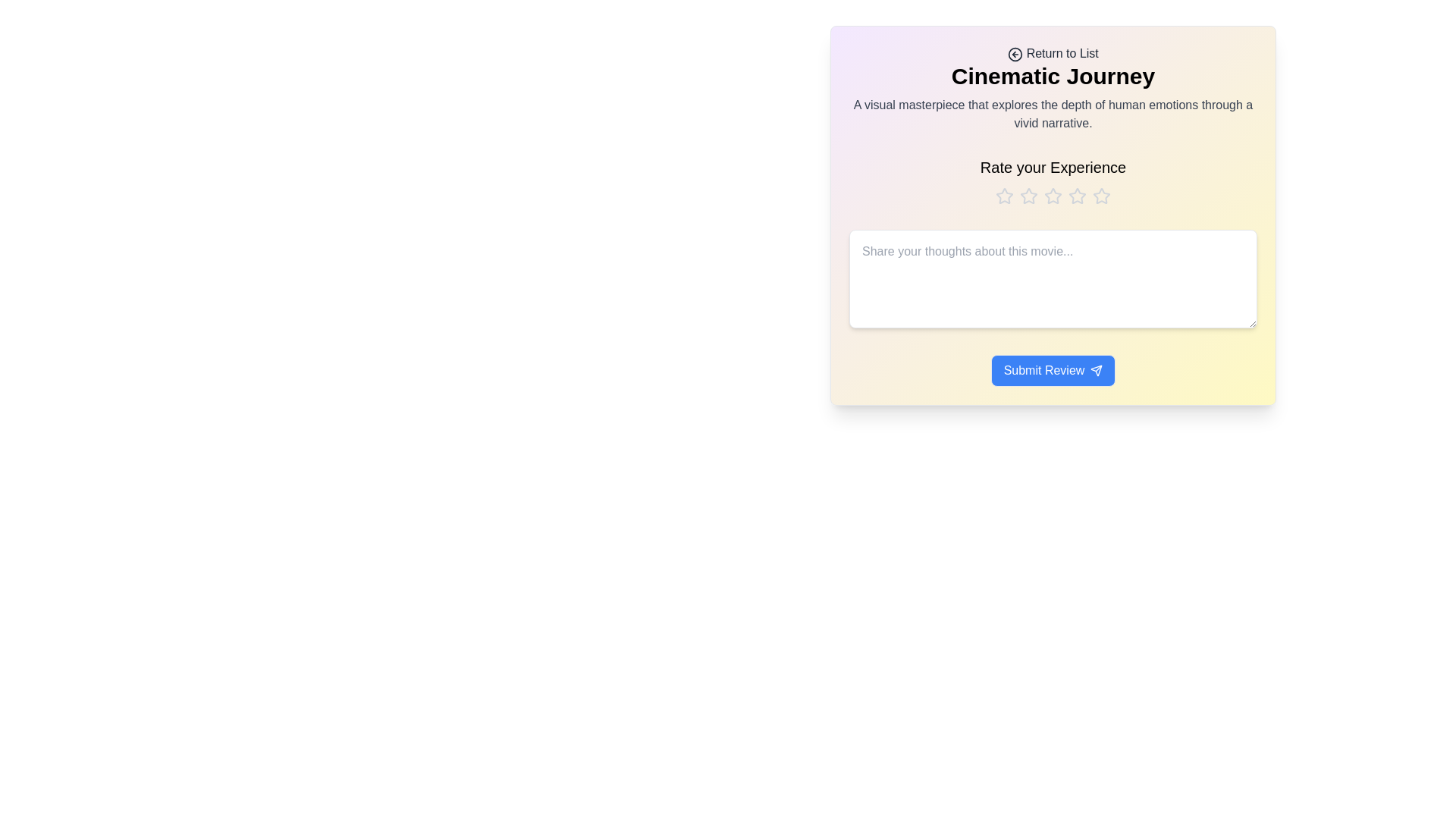  What do you see at coordinates (1102, 195) in the screenshot?
I see `the fifth star icon in the rating system` at bounding box center [1102, 195].